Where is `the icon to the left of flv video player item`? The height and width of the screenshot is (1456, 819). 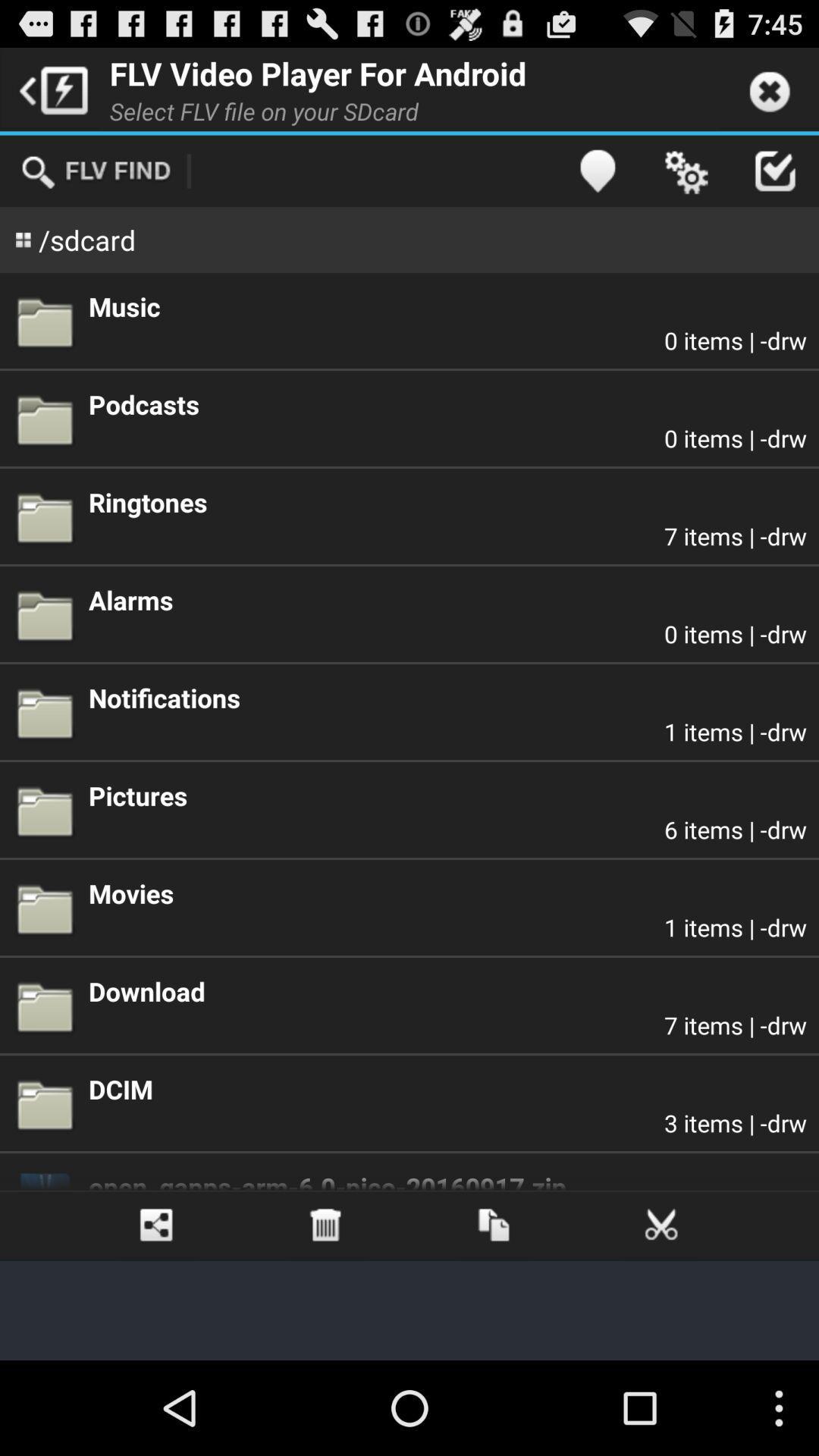 the icon to the left of flv video player item is located at coordinates (49, 88).